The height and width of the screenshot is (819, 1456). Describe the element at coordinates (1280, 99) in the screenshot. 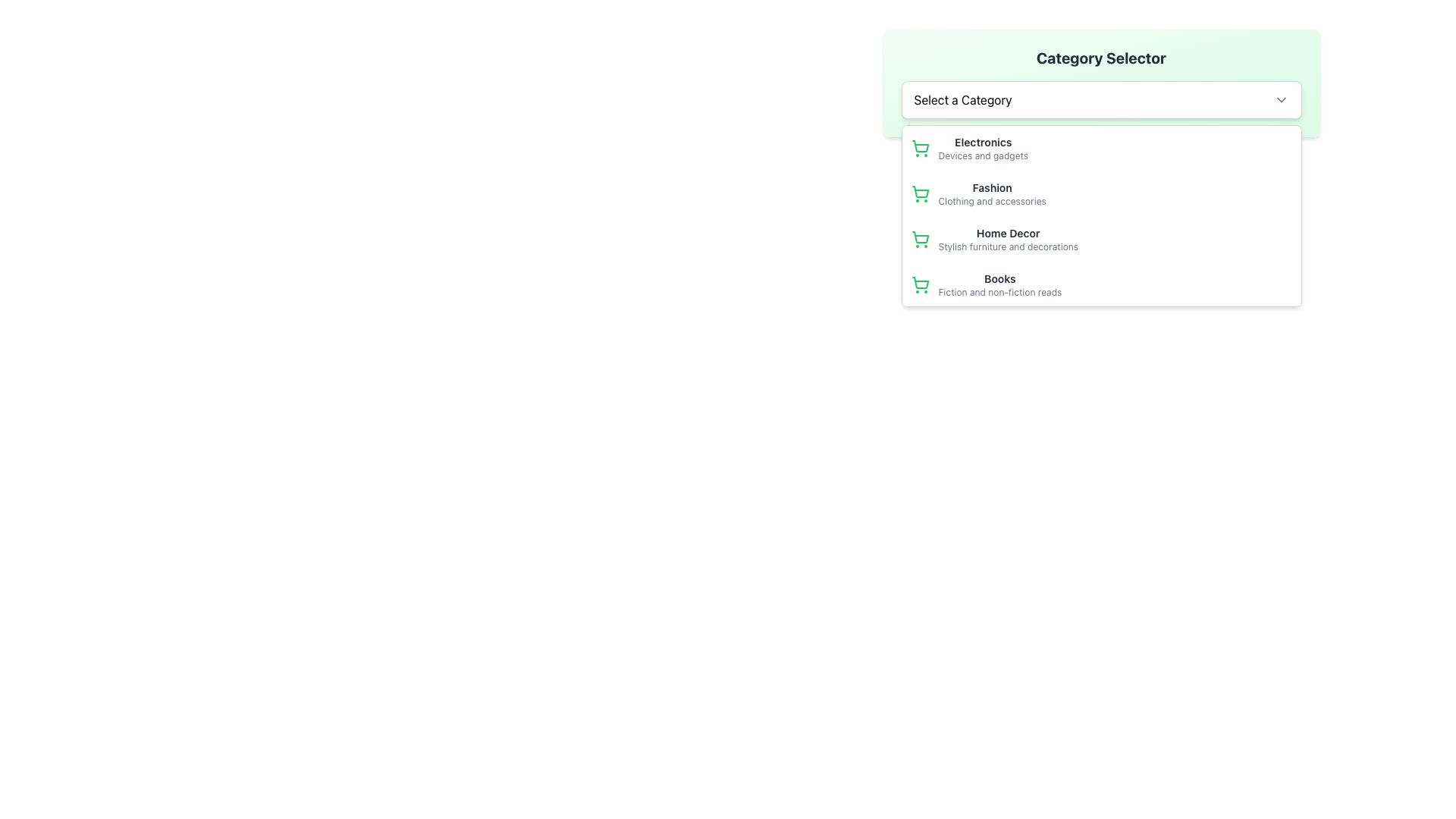

I see `the downwards-pointing chevron icon located inside the dropdown button of the category selector field, immediately to the right of the label 'Select a Category'` at that location.